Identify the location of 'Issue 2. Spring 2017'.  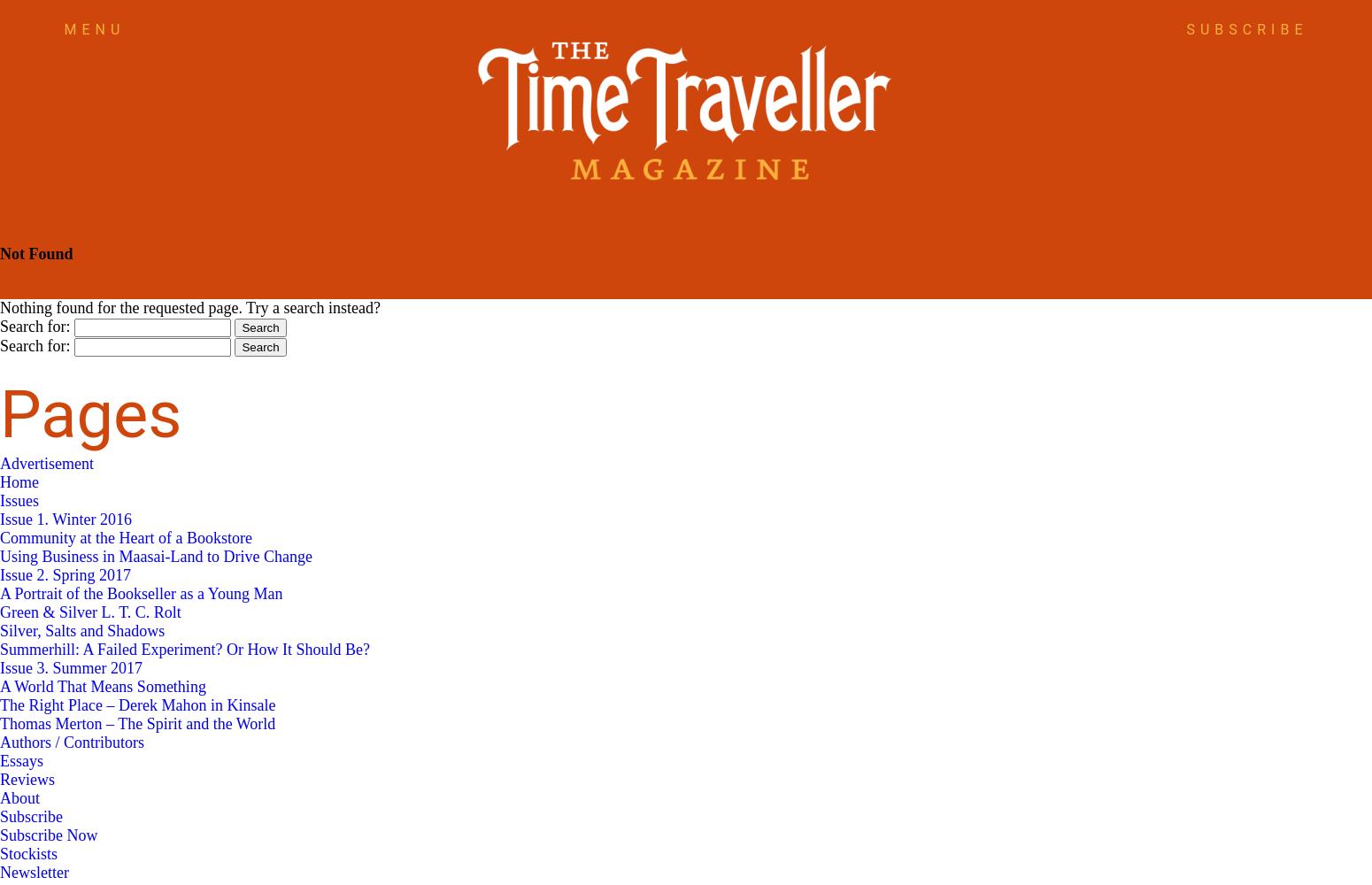
(64, 575).